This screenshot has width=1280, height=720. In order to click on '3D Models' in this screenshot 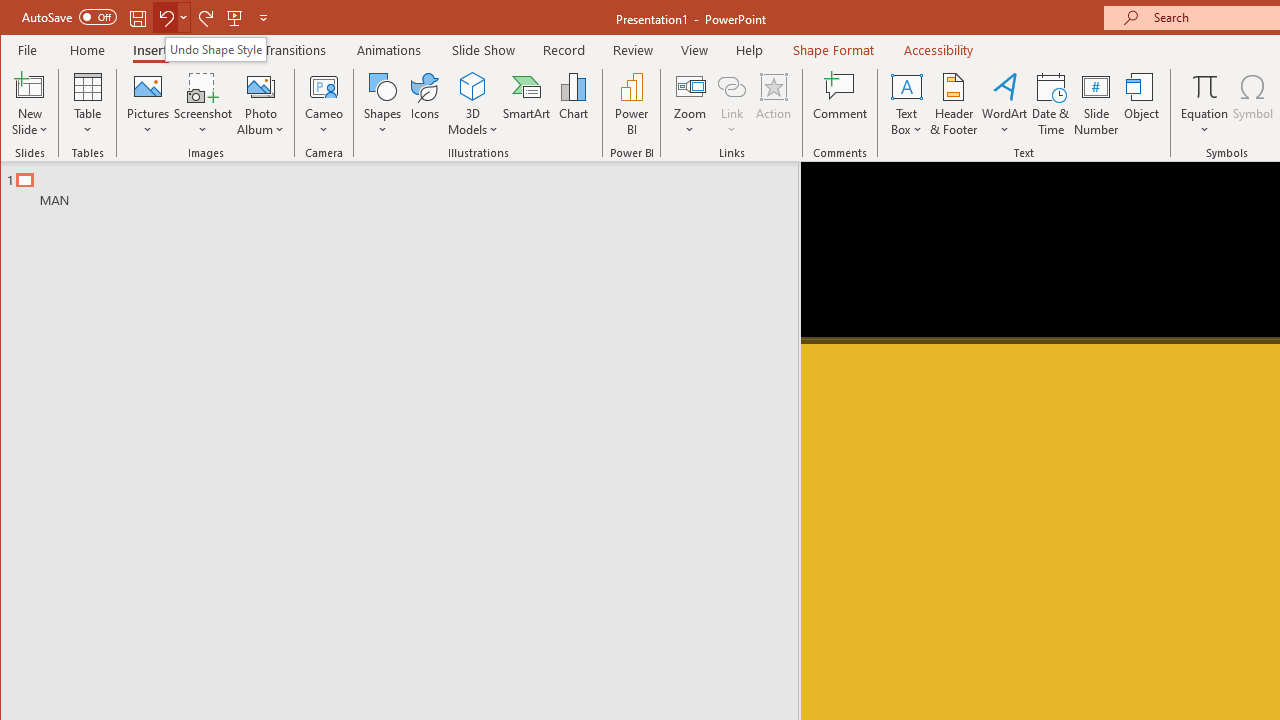, I will do `click(471, 85)`.